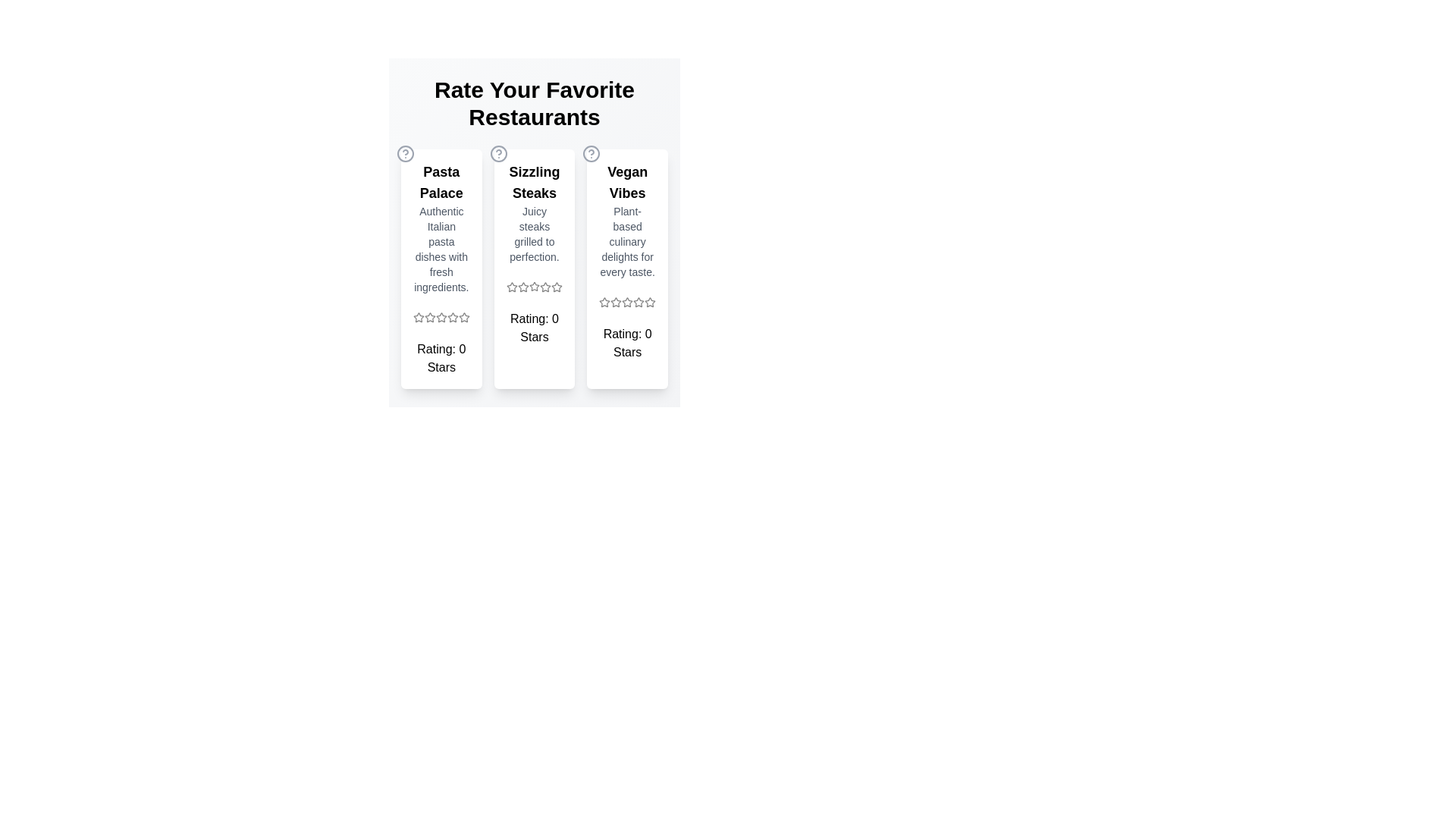 Image resolution: width=1456 pixels, height=819 pixels. What do you see at coordinates (651, 302) in the screenshot?
I see `the star icon for 5 stars in the Vegan Vibes section` at bounding box center [651, 302].